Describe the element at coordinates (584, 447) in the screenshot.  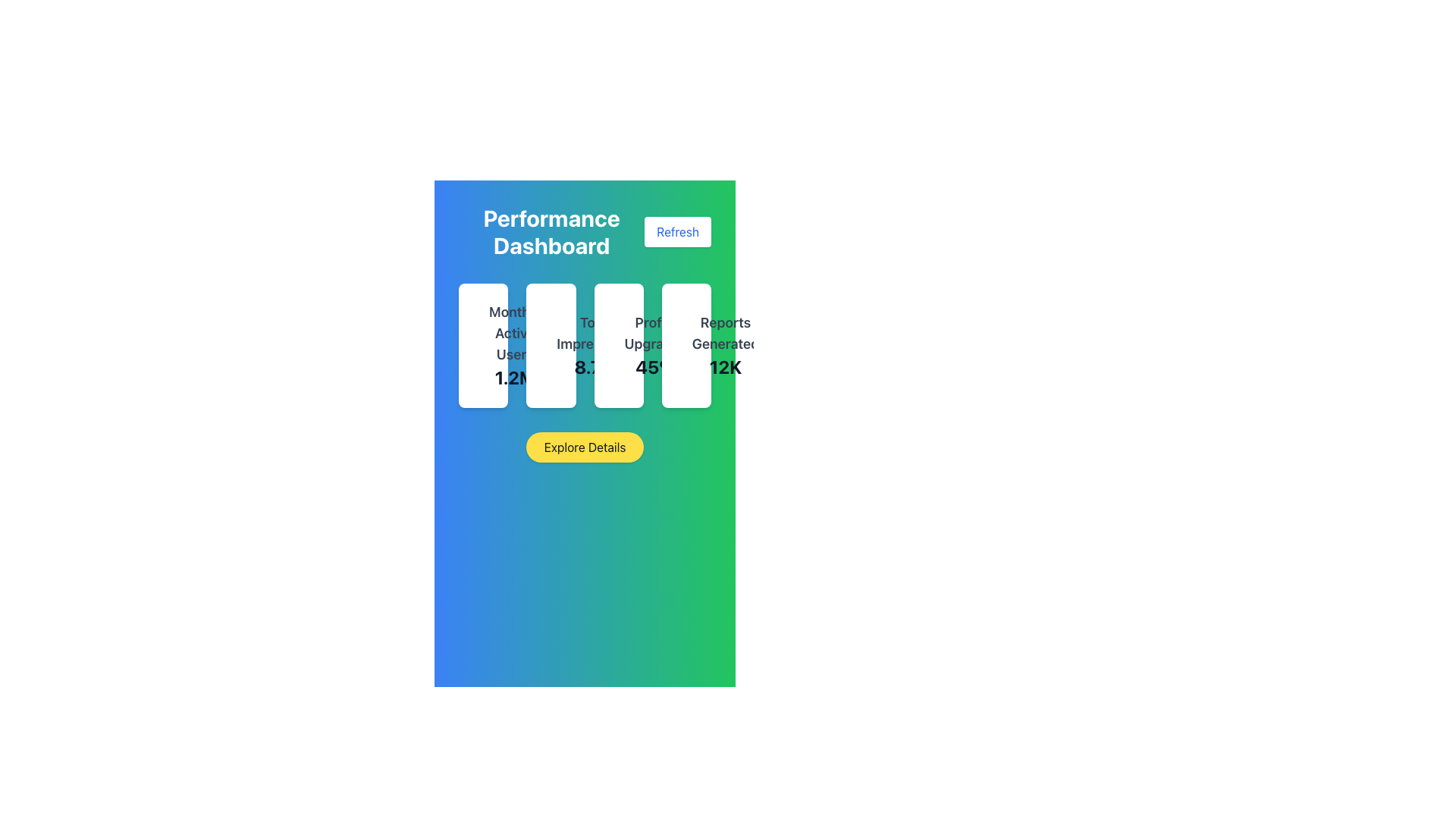
I see `the prominent 'Explore Details' button with a yellow background` at that location.